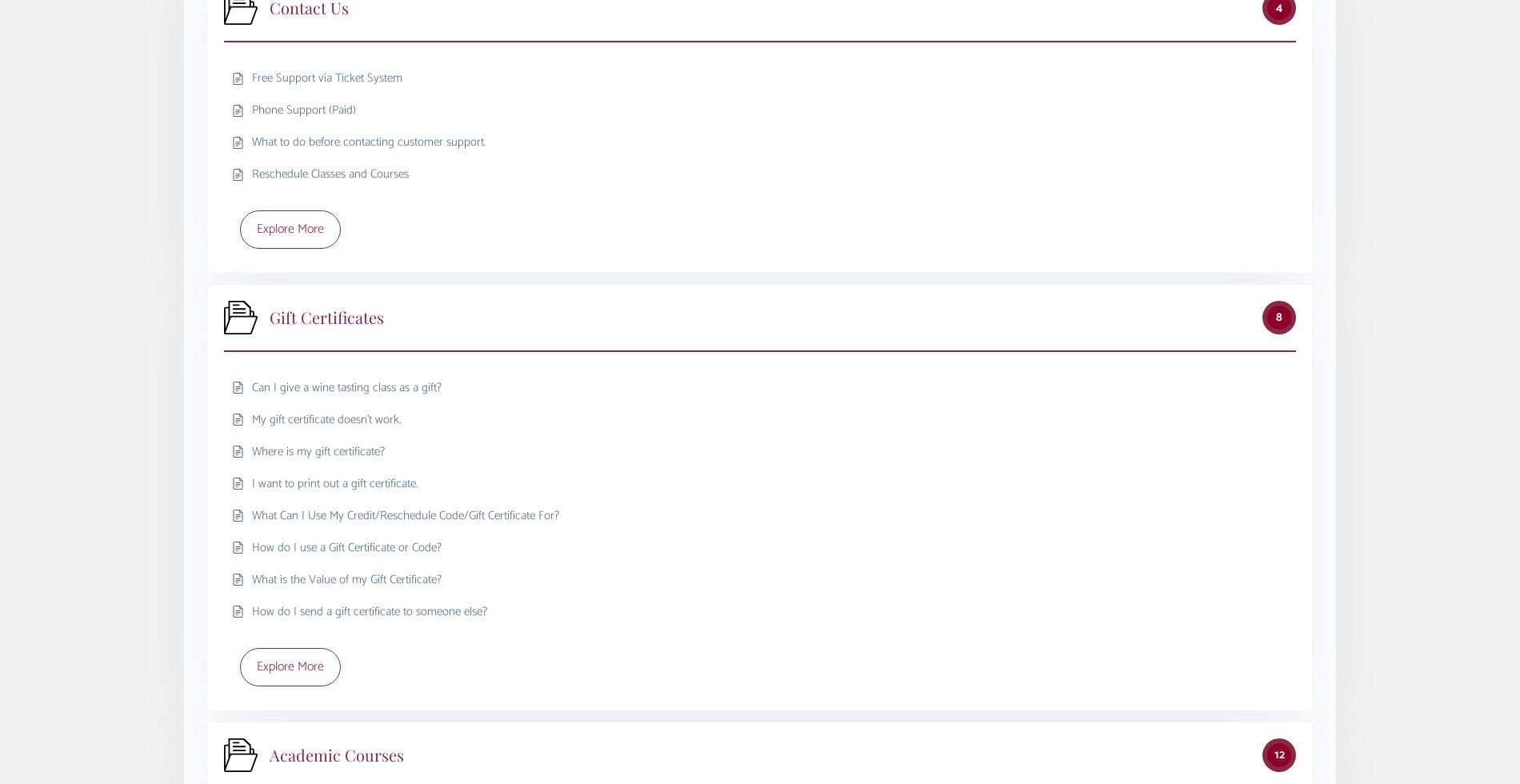 The width and height of the screenshot is (1520, 784). What do you see at coordinates (1278, 754) in the screenshot?
I see `'12'` at bounding box center [1278, 754].